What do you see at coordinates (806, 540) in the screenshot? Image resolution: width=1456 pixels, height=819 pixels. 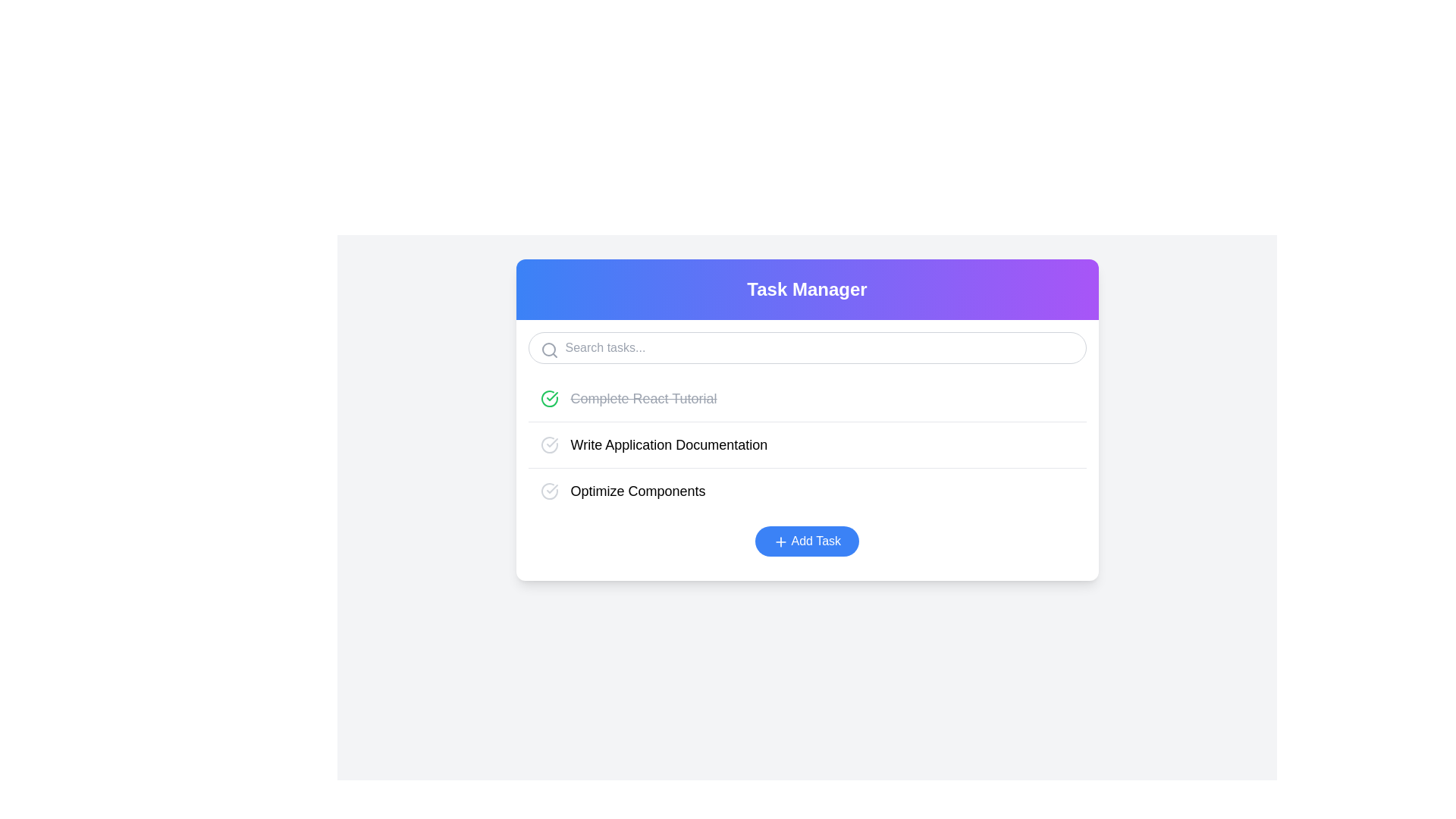 I see `the 'Add Task' button located at the bottom of the 'Task Manager' interface for keyboard navigation` at bounding box center [806, 540].